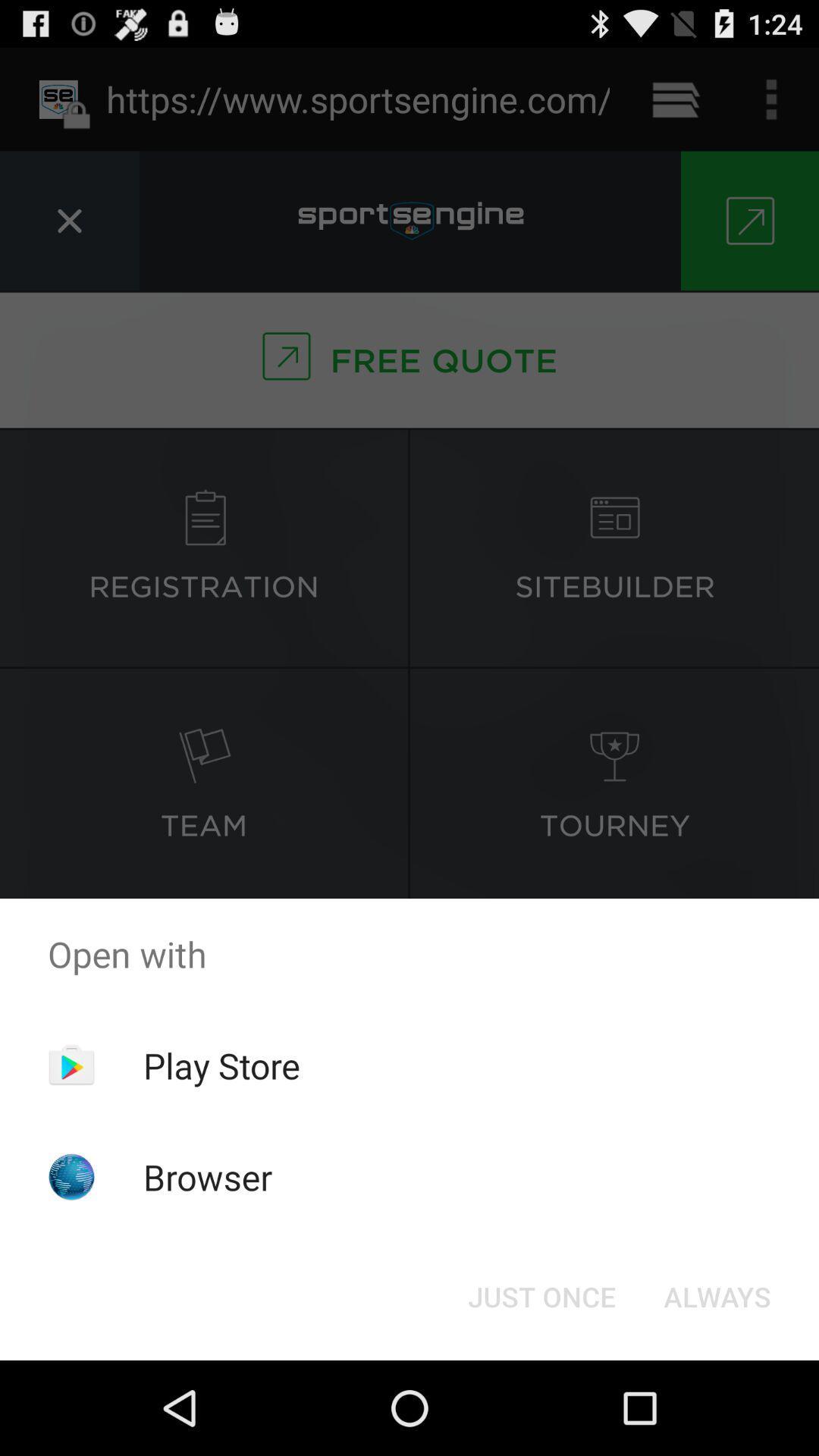  Describe the element at coordinates (717, 1295) in the screenshot. I see `item to the right of just once icon` at that location.